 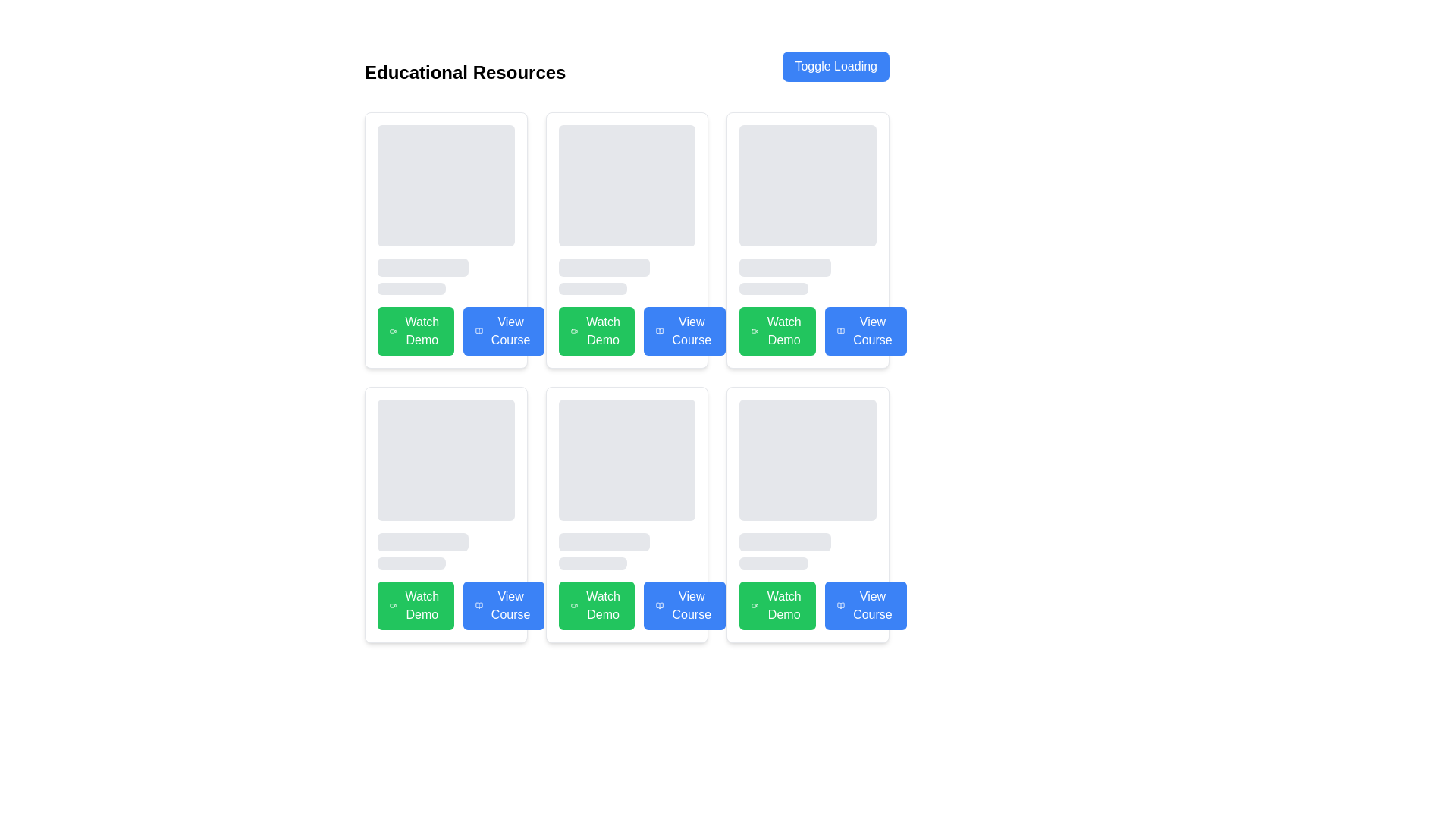 What do you see at coordinates (626, 513) in the screenshot?
I see `the educational resources card located in the second row and second column of the grid, which contains buttons for 'Watch Demo' and 'View Course'` at bounding box center [626, 513].